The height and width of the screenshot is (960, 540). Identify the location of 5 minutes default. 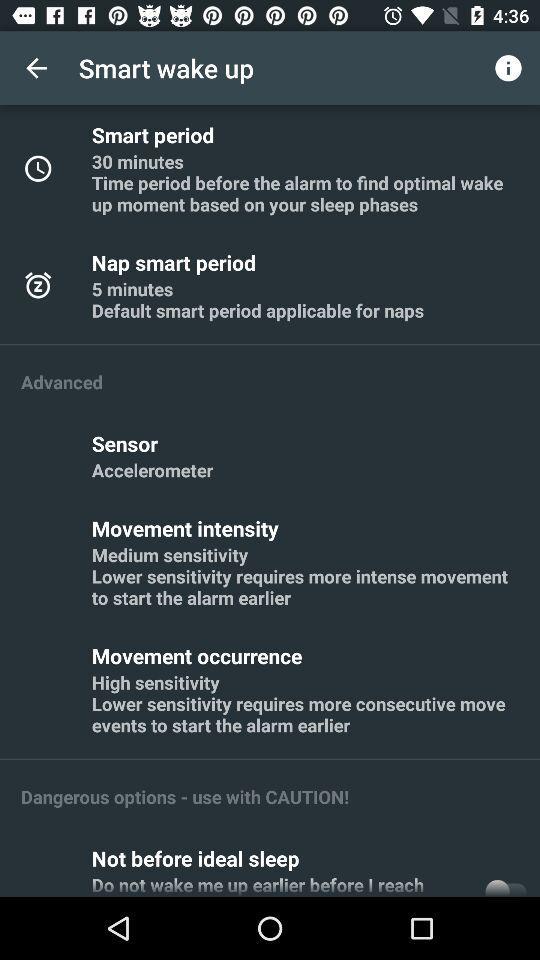
(258, 298).